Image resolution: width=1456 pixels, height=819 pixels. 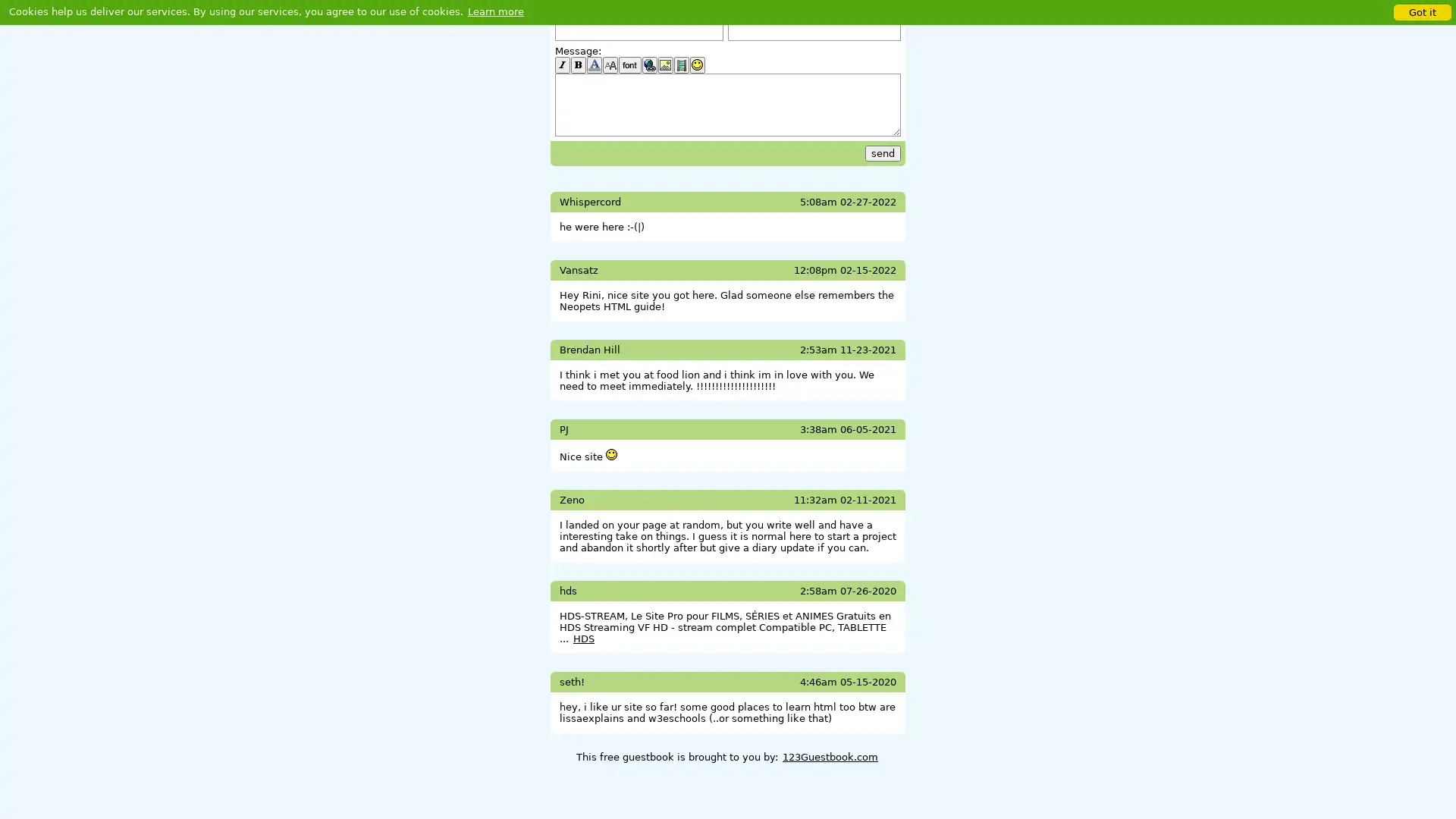 What do you see at coordinates (883, 153) in the screenshot?
I see `send` at bounding box center [883, 153].